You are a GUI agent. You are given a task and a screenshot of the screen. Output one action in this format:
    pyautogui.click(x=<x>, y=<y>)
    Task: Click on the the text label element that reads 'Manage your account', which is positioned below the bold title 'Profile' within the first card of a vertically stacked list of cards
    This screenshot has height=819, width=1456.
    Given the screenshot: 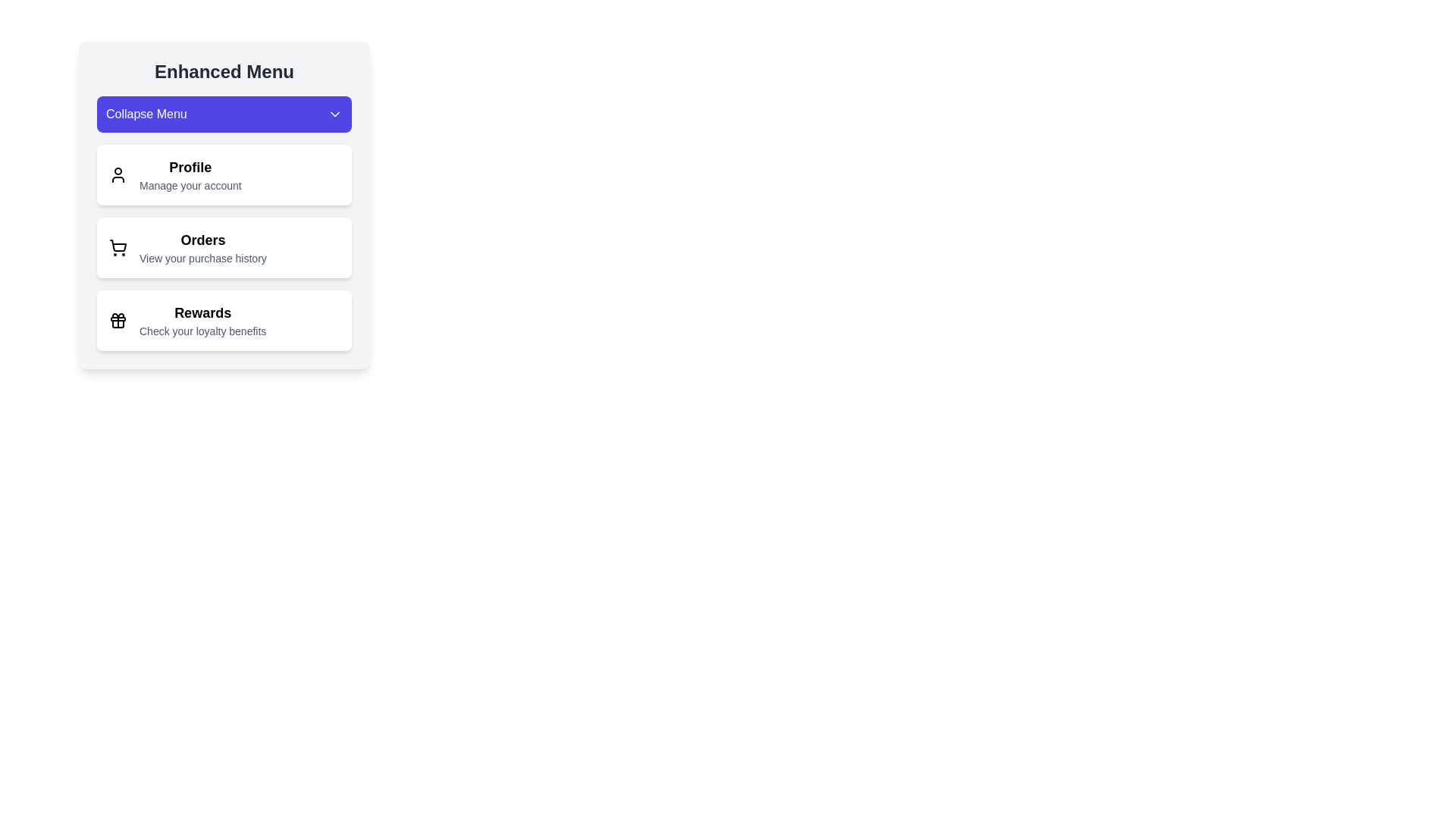 What is the action you would take?
    pyautogui.click(x=190, y=185)
    